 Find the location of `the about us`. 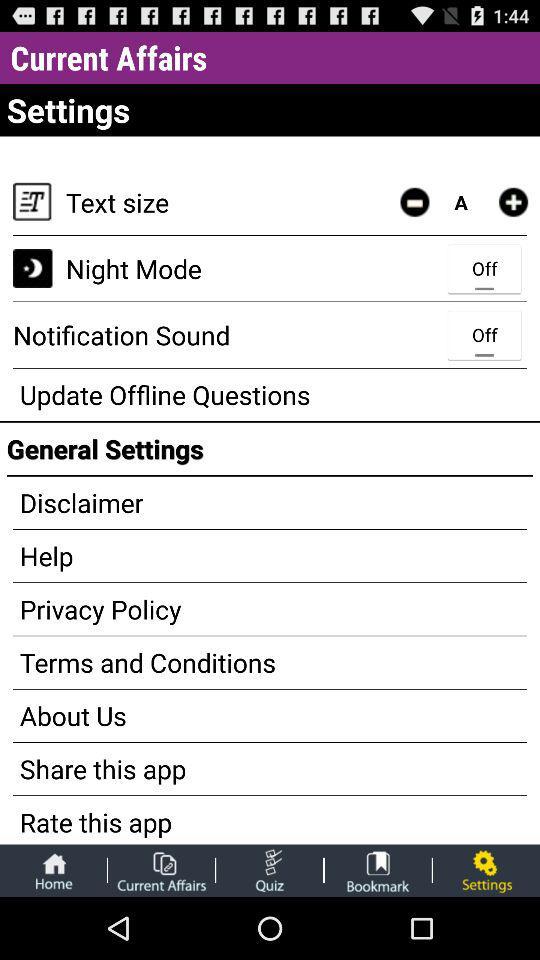

the about us is located at coordinates (270, 715).